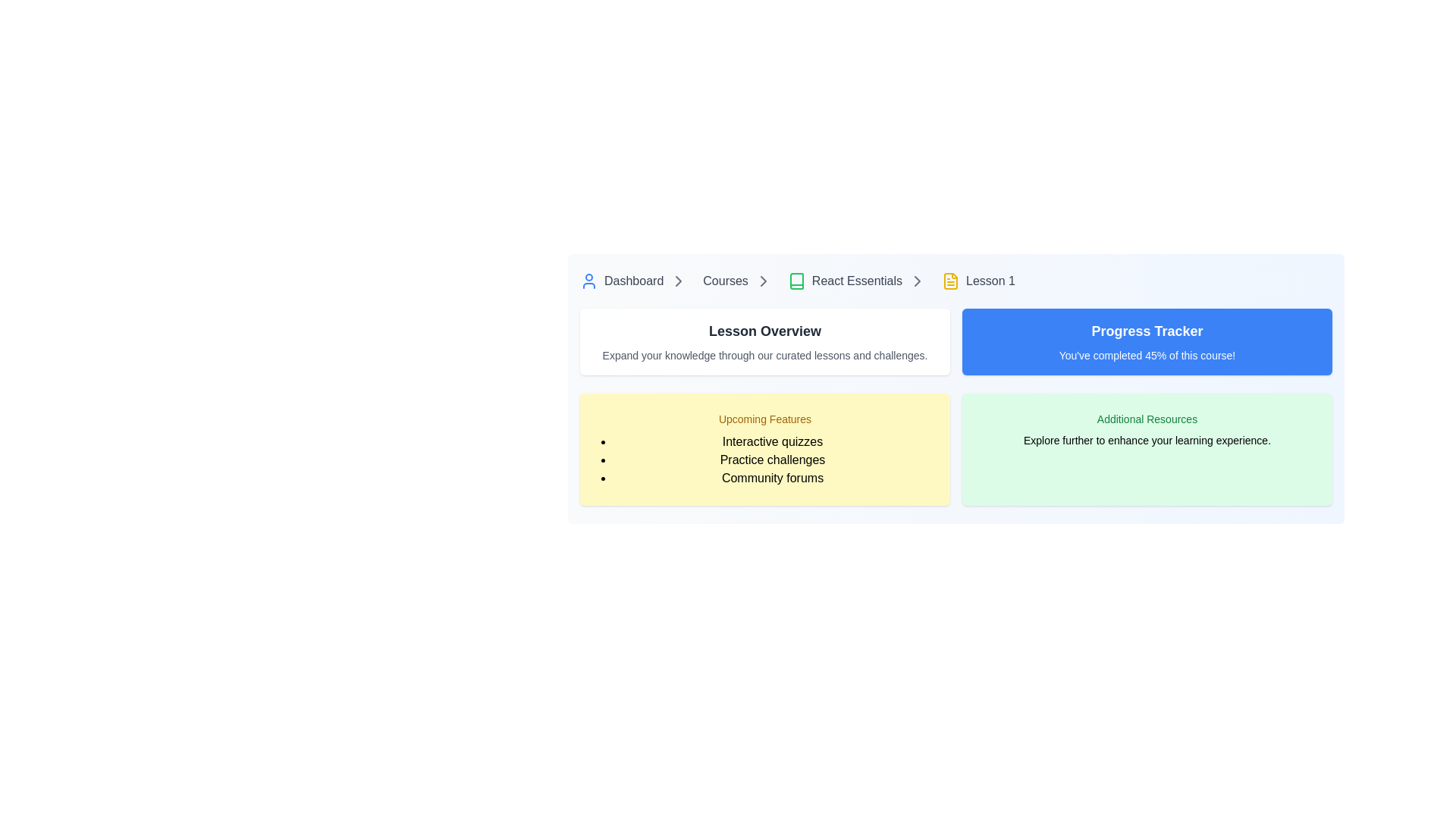 This screenshot has width=1456, height=819. What do you see at coordinates (772, 459) in the screenshot?
I see `the Text label displaying 'Practice challenges' in the vertical bullet-point list on the yellow-tinted card labeled 'Upcoming Features'` at bounding box center [772, 459].